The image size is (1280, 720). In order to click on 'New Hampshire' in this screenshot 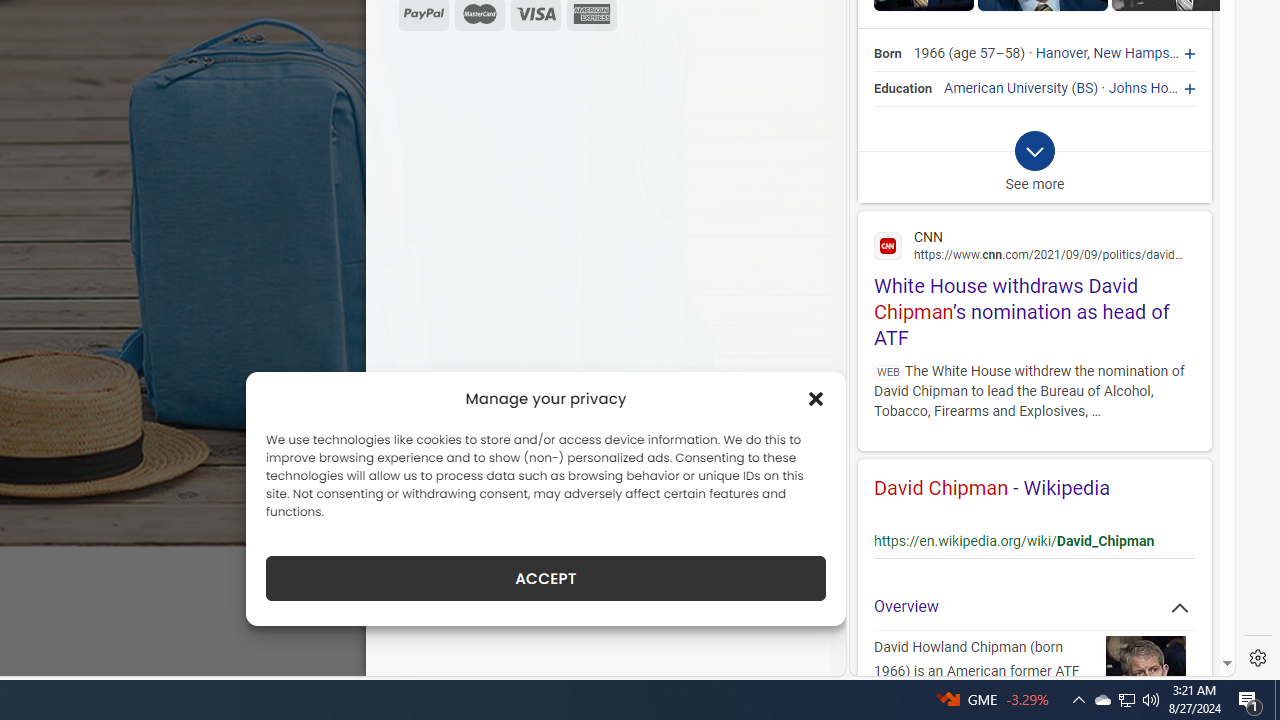, I will do `click(1143, 53)`.